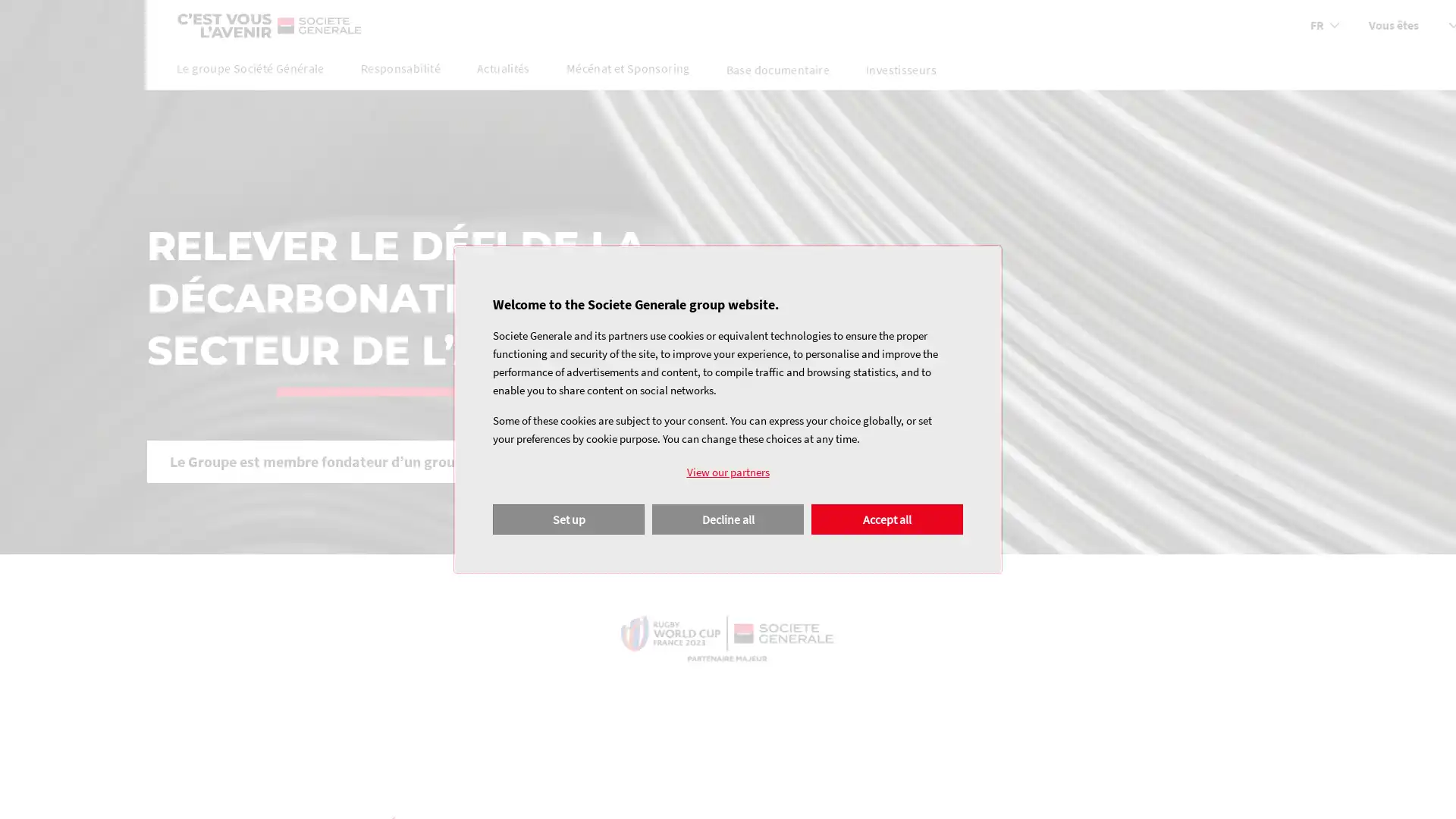  I want to click on Mecenat et Sponsoring, so click(627, 127).